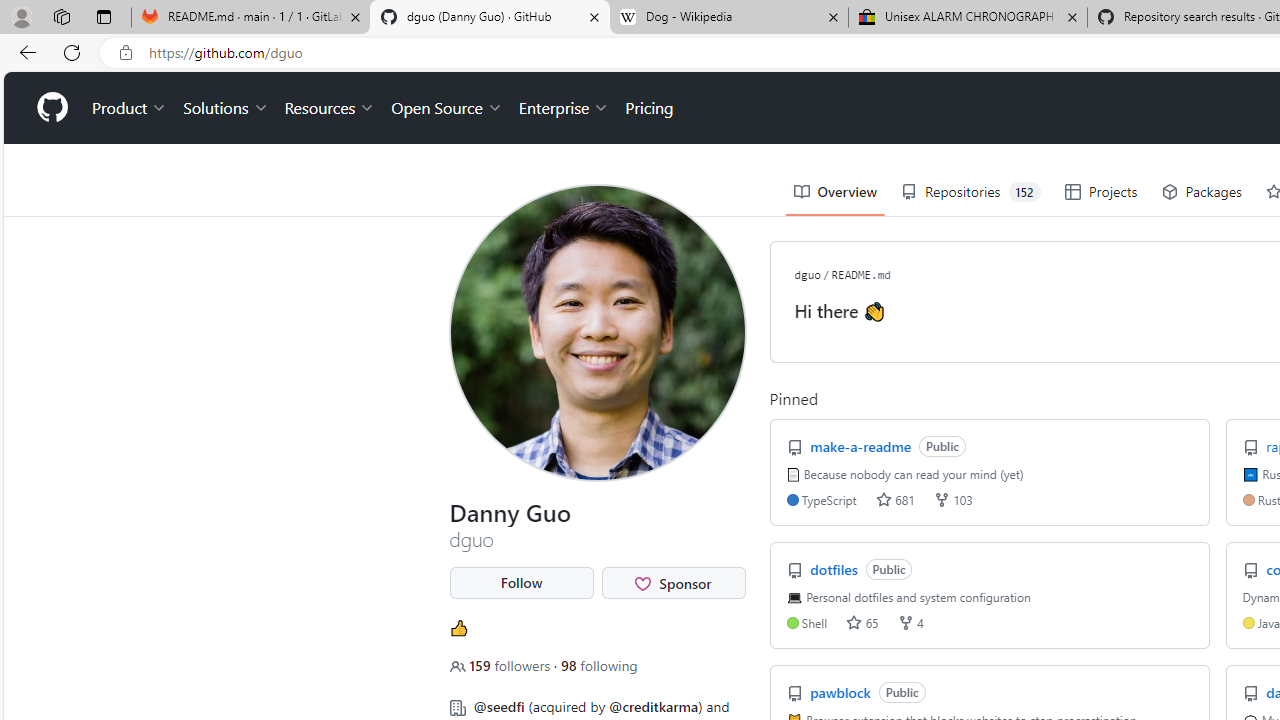 This screenshot has height=720, width=1280. What do you see at coordinates (596, 332) in the screenshot?
I see `'View dguo'` at bounding box center [596, 332].